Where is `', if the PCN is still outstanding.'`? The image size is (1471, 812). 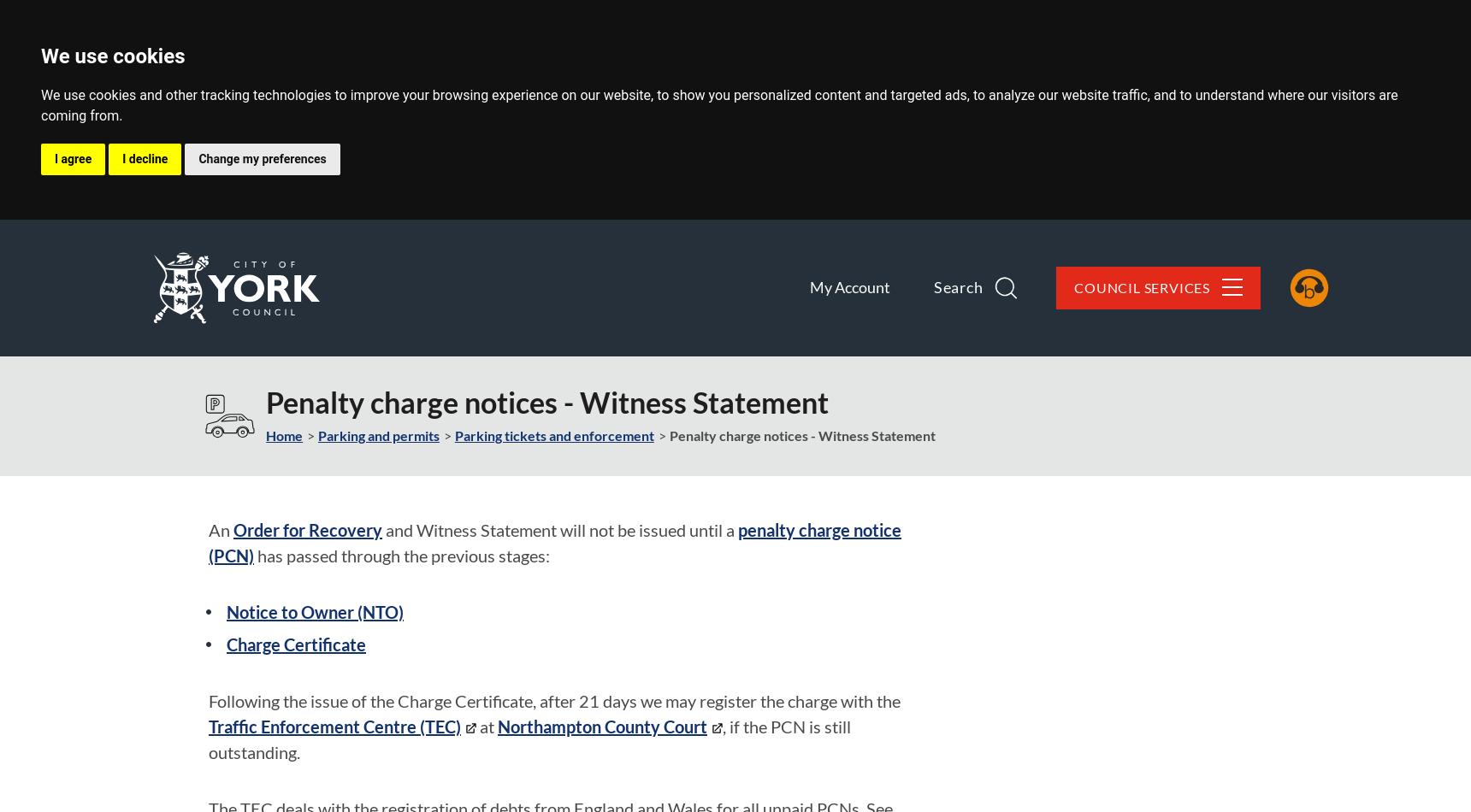
', if the PCN is still outstanding.' is located at coordinates (529, 738).